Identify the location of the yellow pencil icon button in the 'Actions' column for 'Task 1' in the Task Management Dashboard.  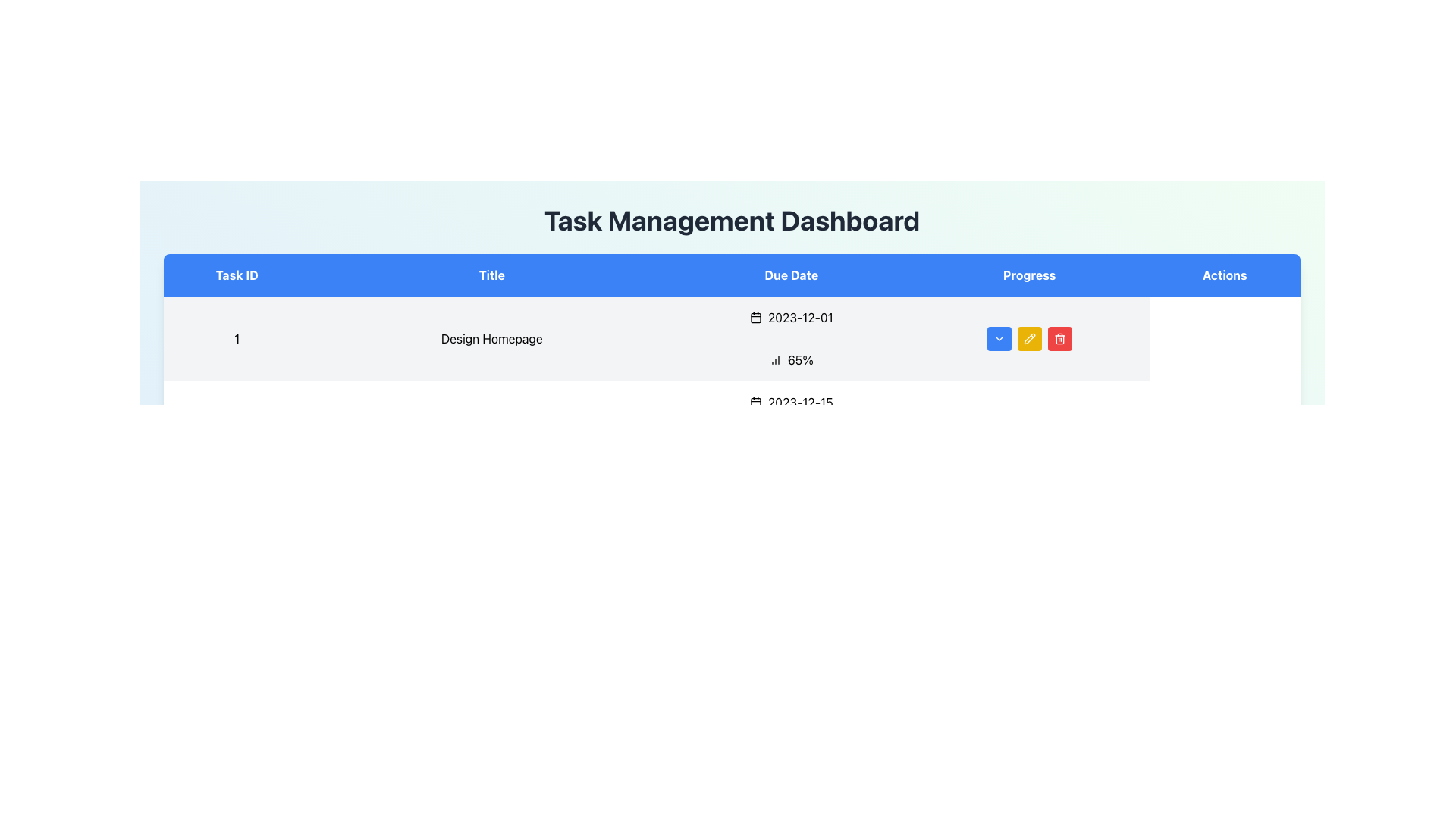
(1029, 338).